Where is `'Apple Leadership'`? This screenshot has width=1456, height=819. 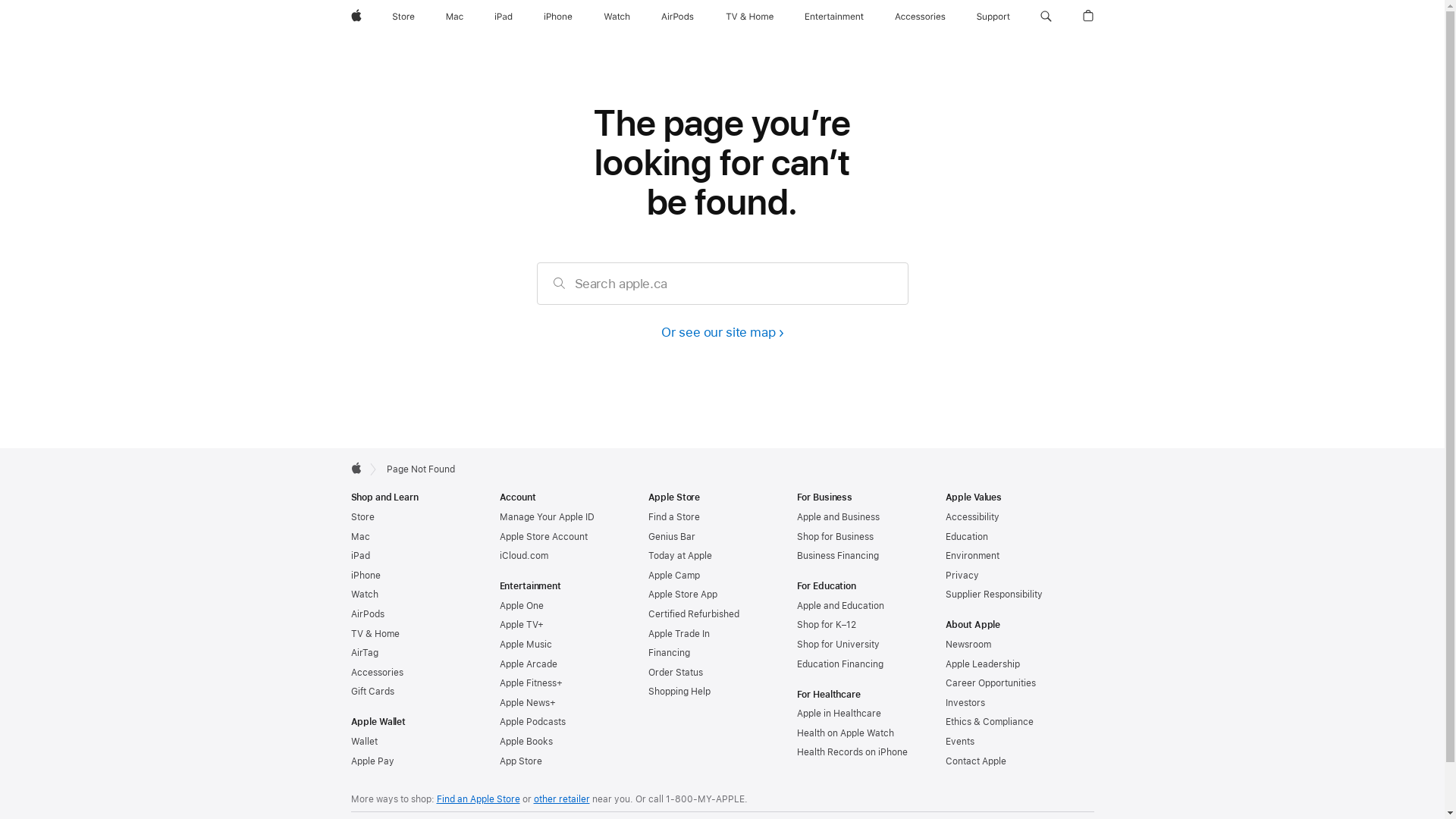 'Apple Leadership' is located at coordinates (944, 663).